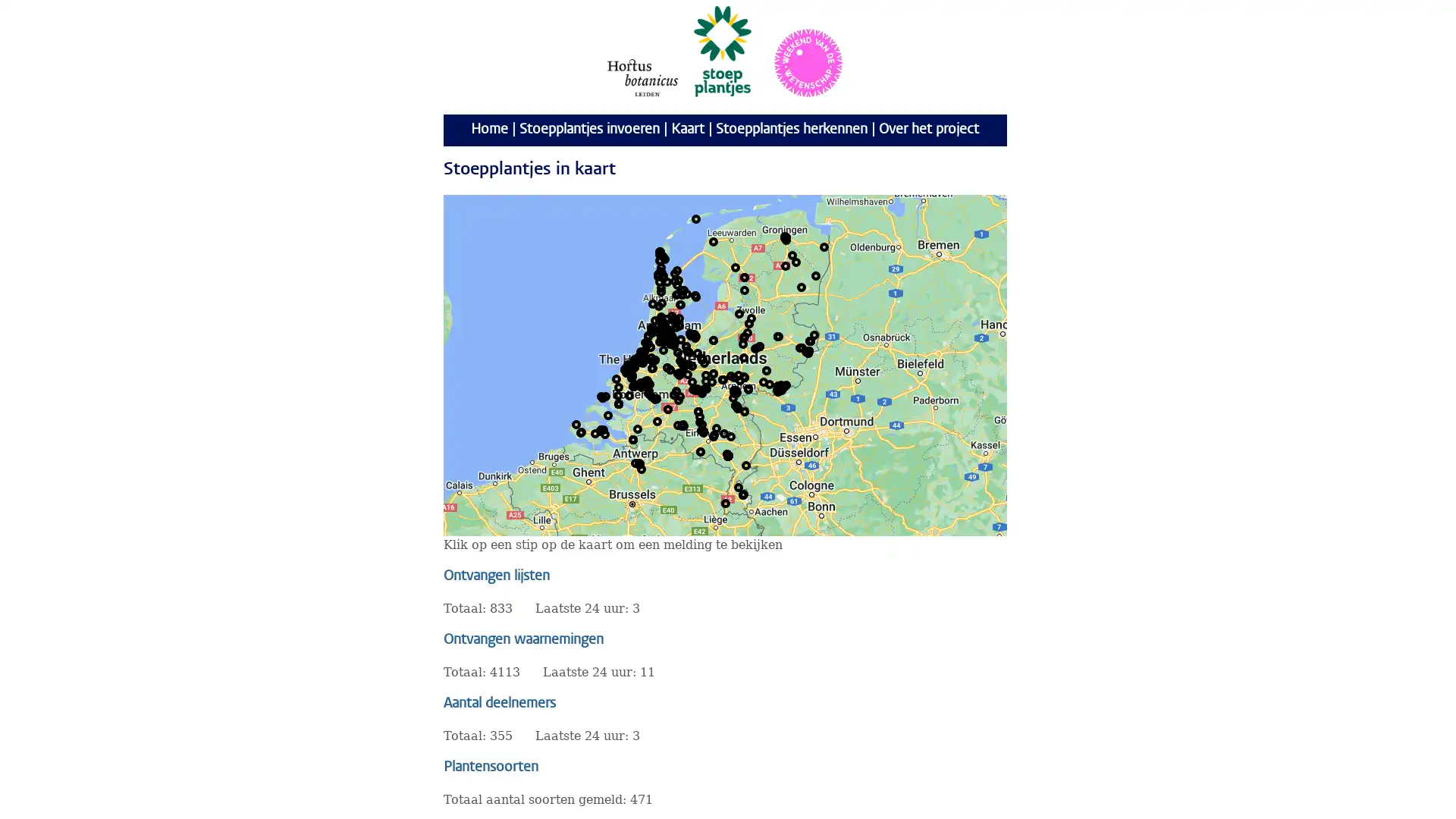  I want to click on Telling van op 01 december 2021, so click(644, 359).